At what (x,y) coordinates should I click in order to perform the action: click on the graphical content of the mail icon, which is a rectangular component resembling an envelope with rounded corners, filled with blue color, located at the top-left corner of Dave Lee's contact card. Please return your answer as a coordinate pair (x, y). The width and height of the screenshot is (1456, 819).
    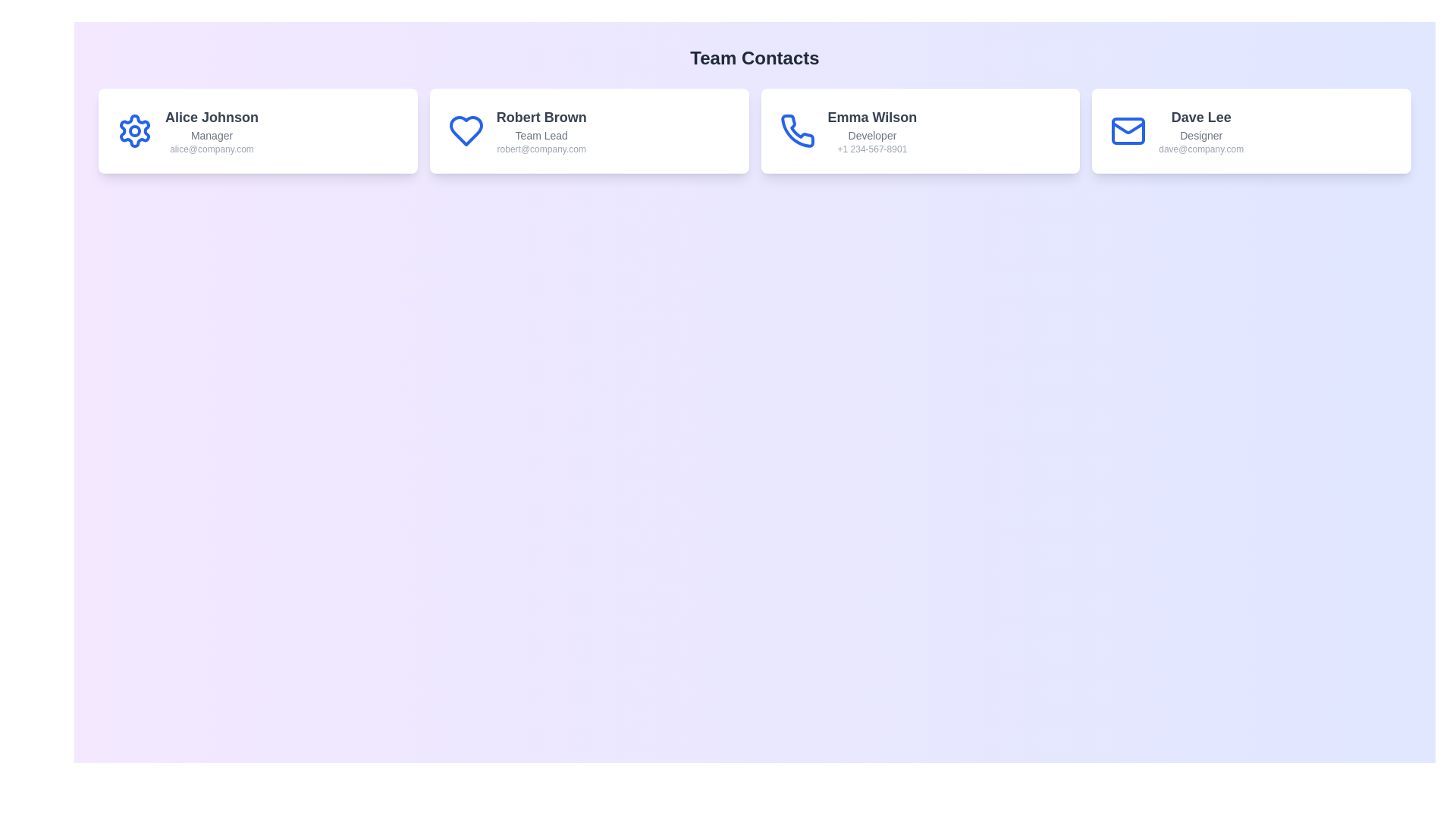
    Looking at the image, I should click on (1128, 130).